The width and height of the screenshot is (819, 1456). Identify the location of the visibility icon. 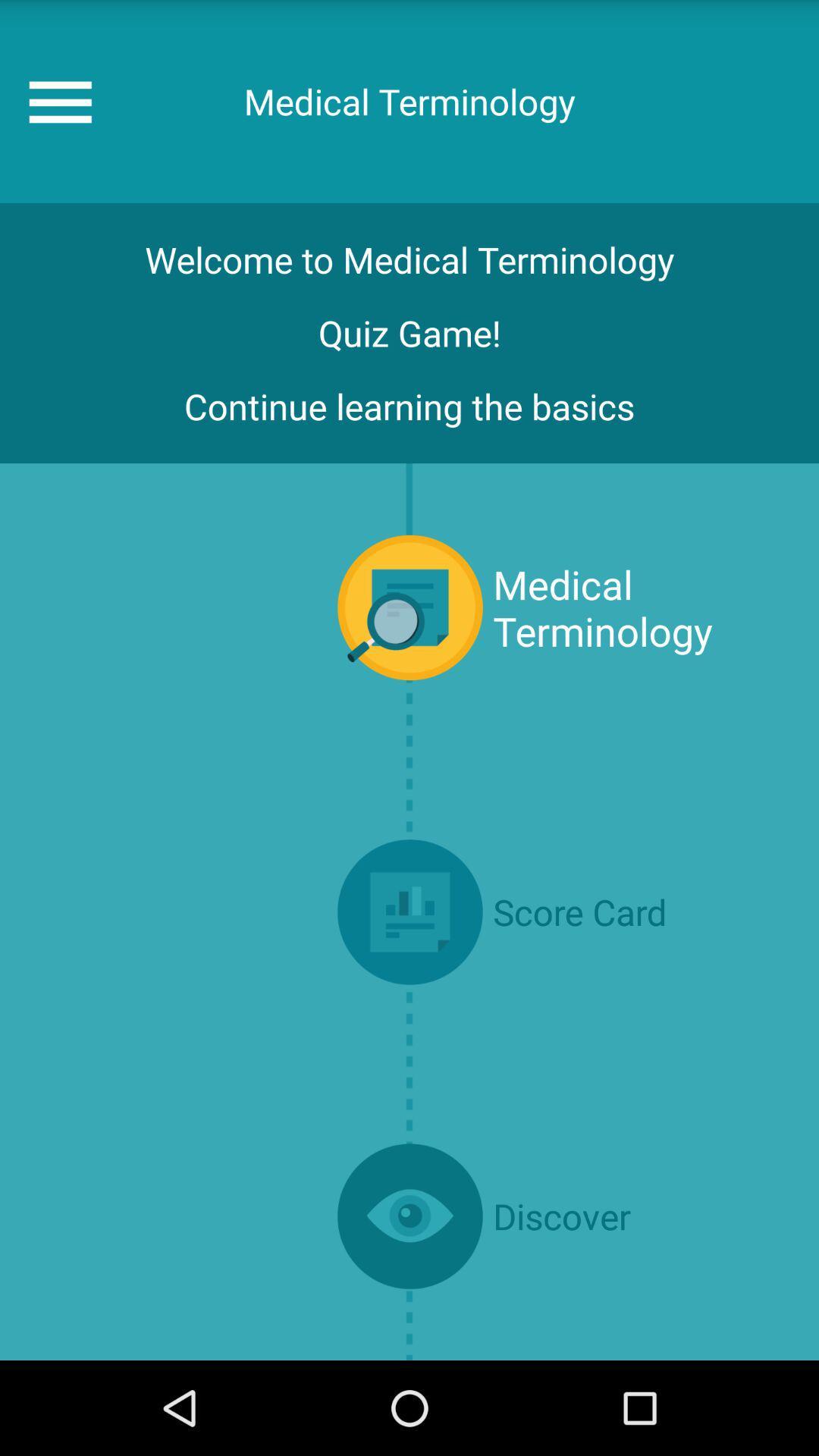
(409, 1301).